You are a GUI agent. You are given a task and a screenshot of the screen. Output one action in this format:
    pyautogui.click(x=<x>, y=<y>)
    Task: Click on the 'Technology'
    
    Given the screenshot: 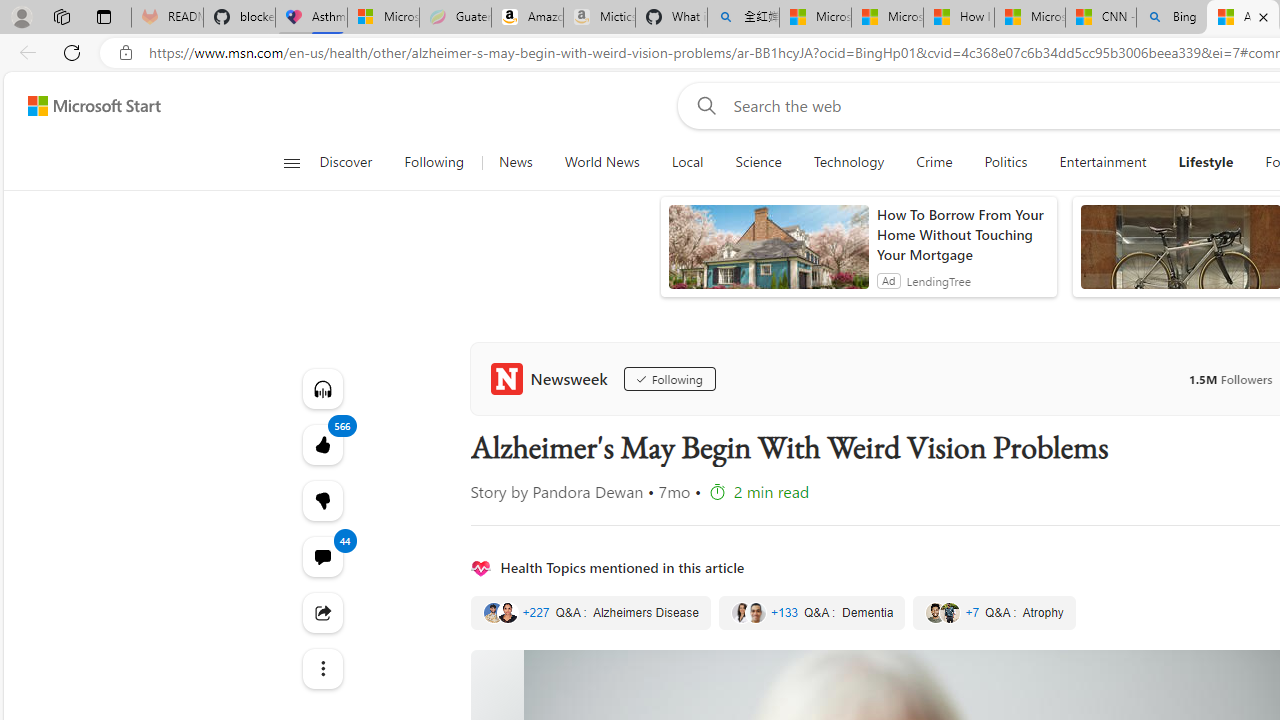 What is the action you would take?
    pyautogui.click(x=848, y=162)
    